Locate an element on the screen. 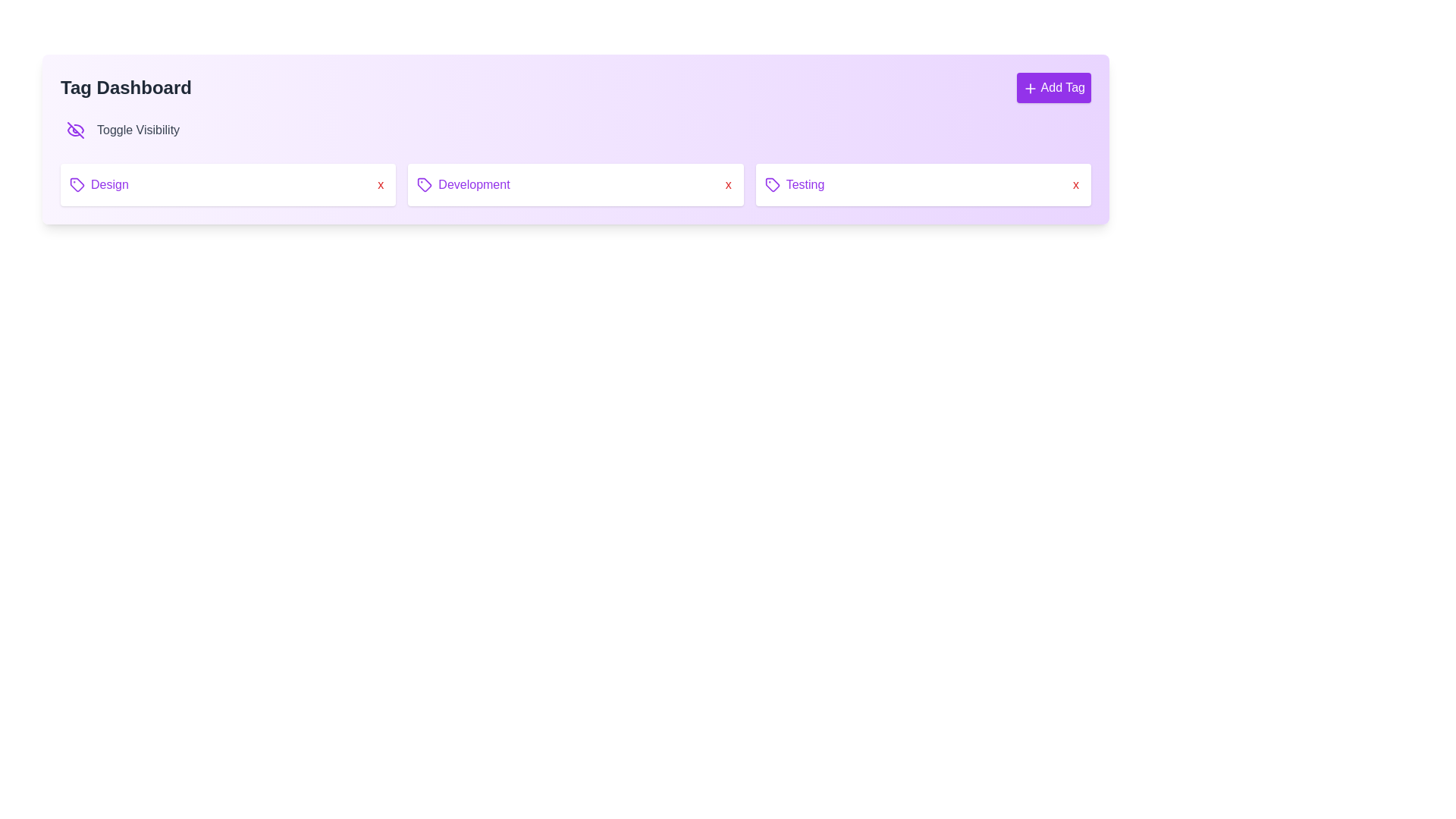 This screenshot has width=1456, height=819. the close button located at the far-right side of the 'Testing' tag section is located at coordinates (1075, 184).